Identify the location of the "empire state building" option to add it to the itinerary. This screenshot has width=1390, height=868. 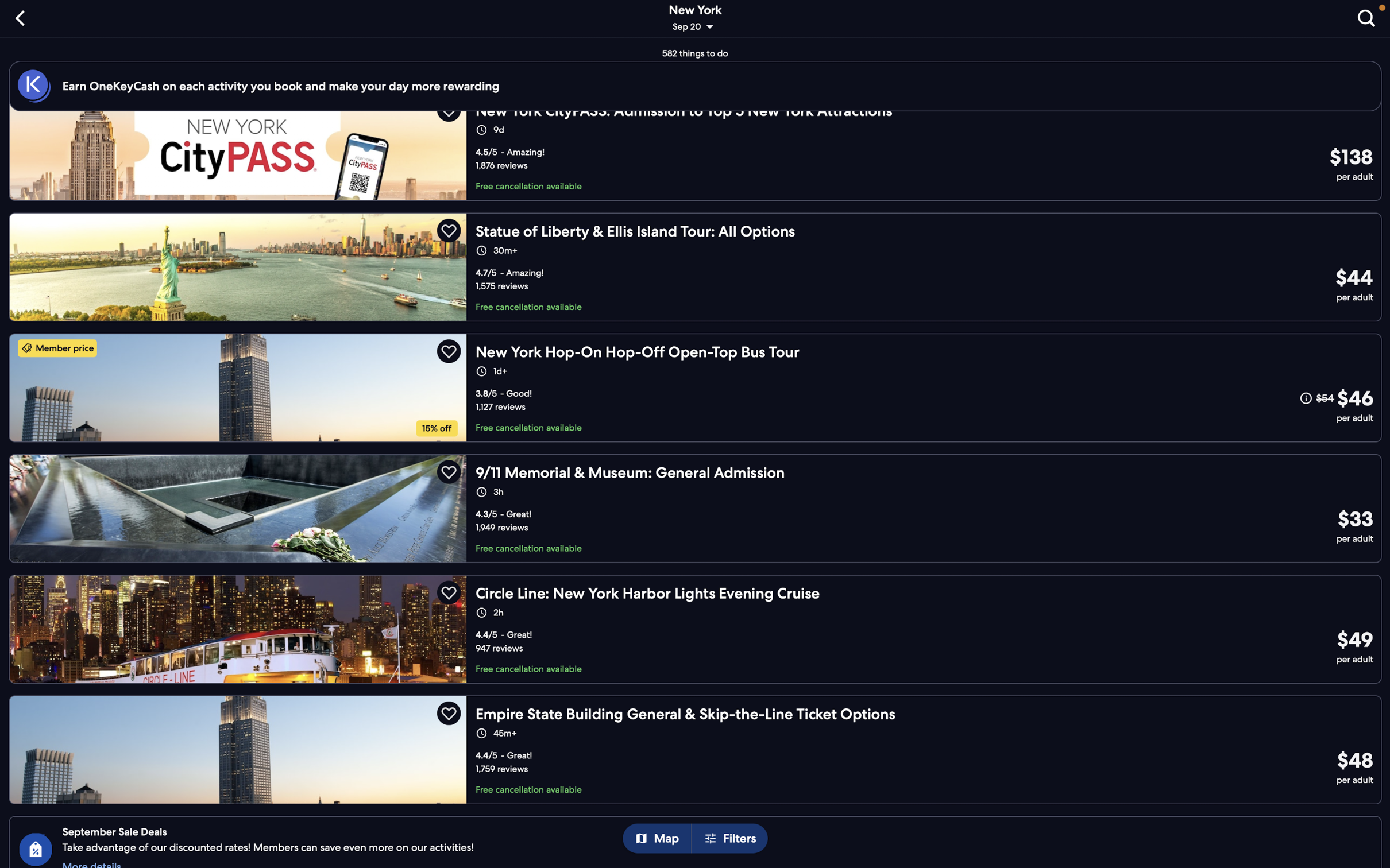
(699, 746).